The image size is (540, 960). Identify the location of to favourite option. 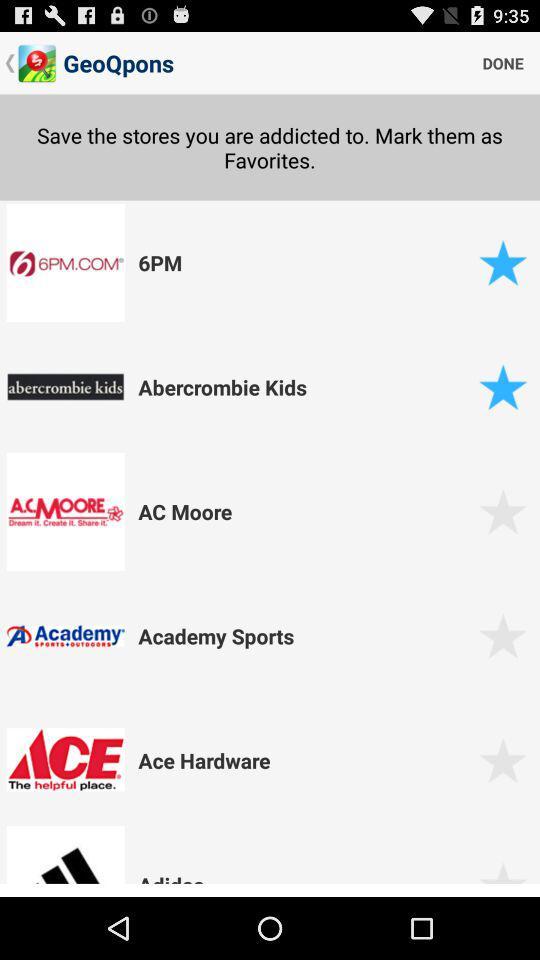
(502, 878).